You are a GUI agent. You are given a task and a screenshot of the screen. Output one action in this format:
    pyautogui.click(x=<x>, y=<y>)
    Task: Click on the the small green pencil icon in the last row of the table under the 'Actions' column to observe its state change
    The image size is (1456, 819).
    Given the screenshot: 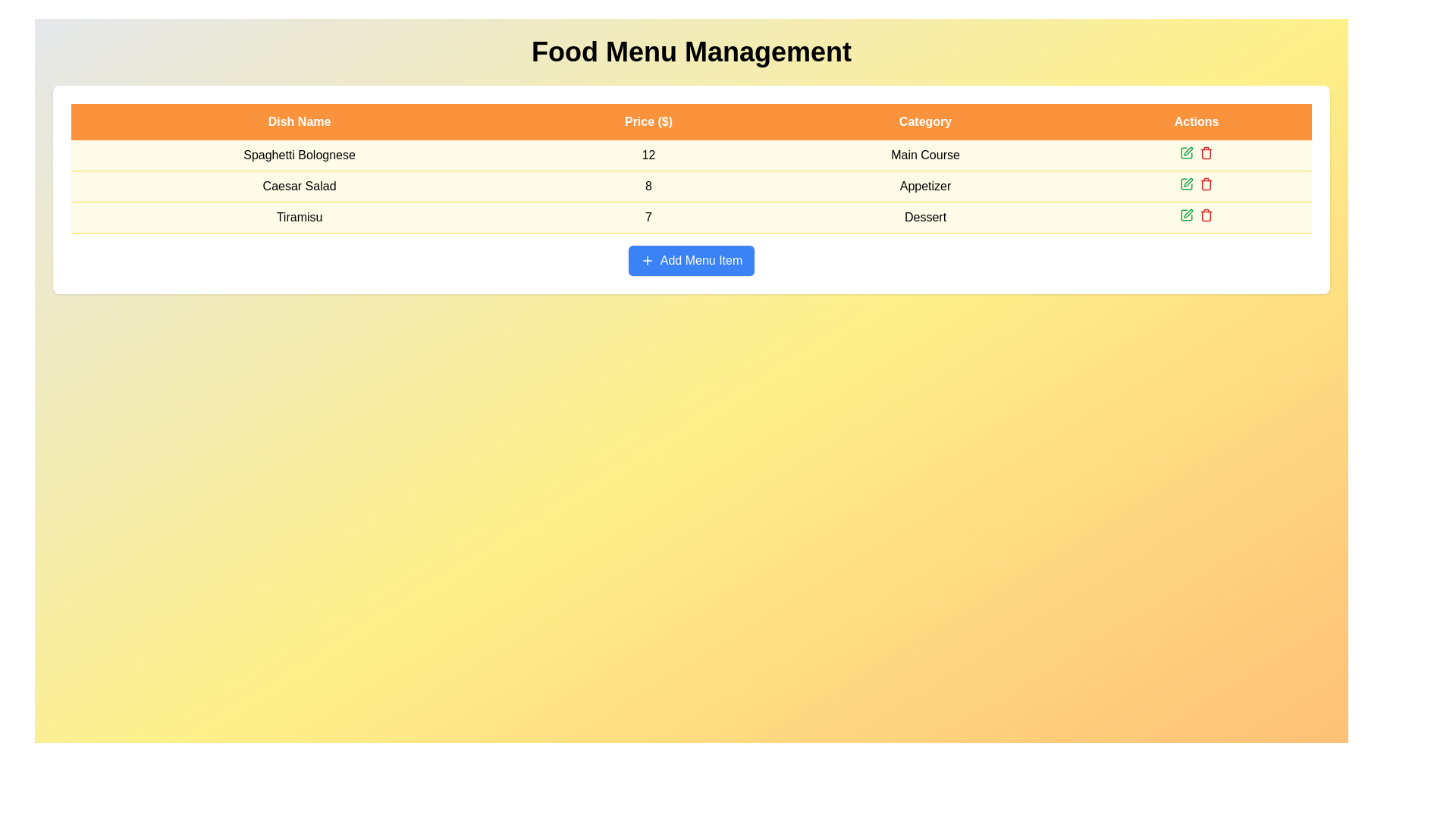 What is the action you would take?
    pyautogui.click(x=1185, y=215)
    